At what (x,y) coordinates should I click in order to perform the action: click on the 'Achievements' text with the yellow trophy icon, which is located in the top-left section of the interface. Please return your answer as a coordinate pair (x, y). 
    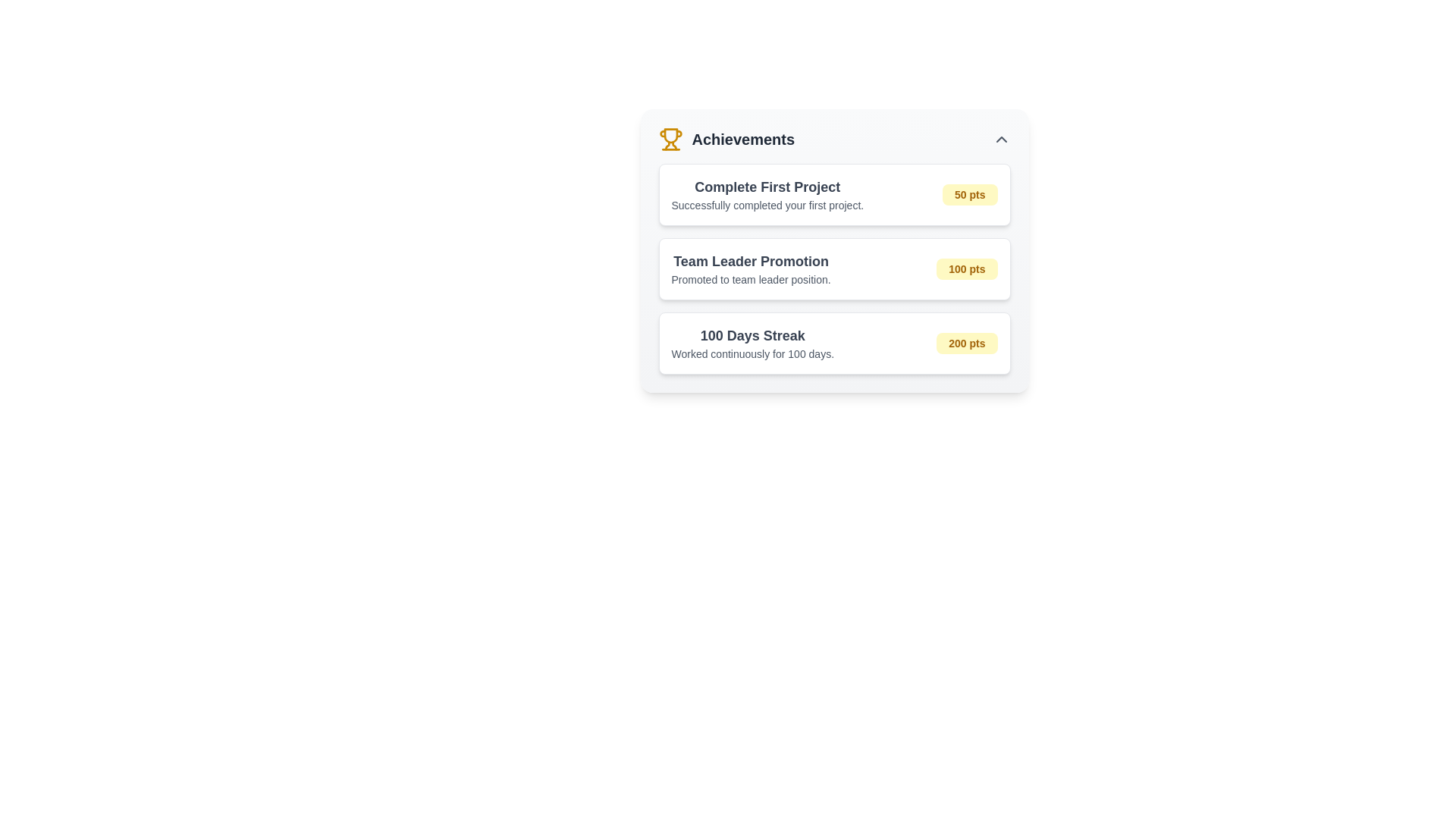
    Looking at the image, I should click on (726, 140).